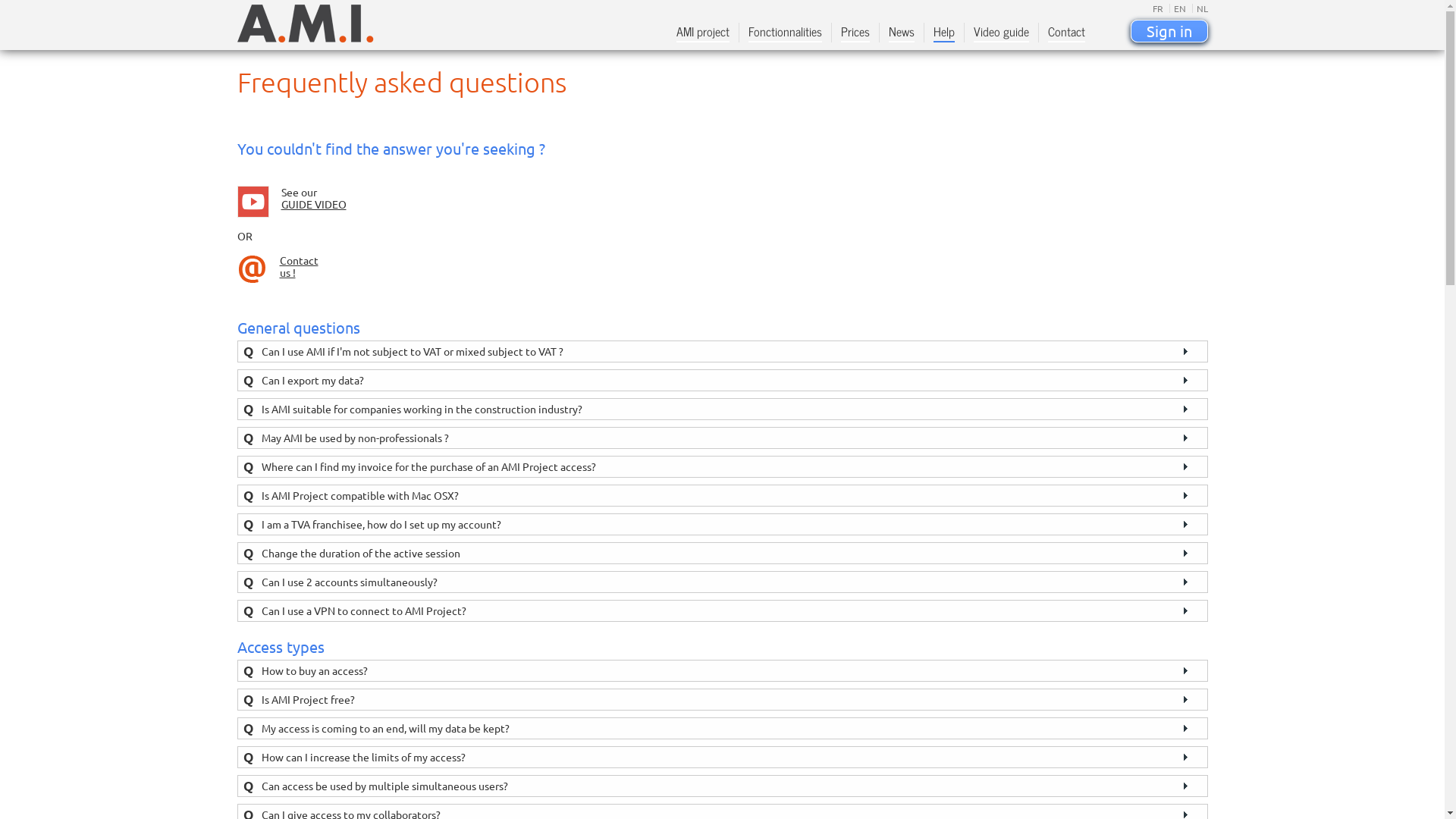  I want to click on 'Video guide', so click(1001, 33).